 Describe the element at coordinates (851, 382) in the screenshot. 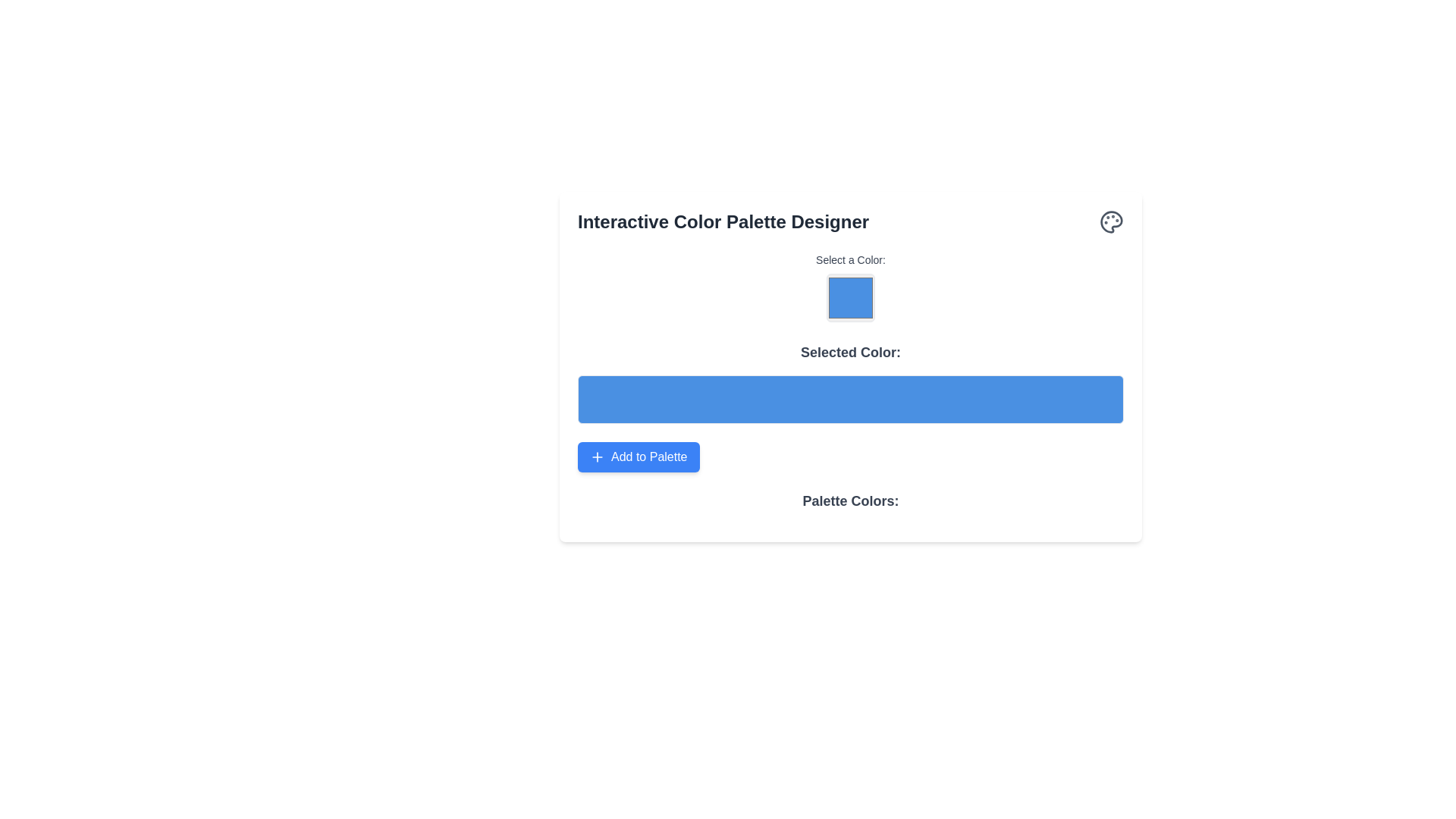

I see `displayed label from the Label and Color Display element located below the 'Select a Color' selector and above the 'Add to Palette' button in the 'Interactive Color Palette Designer' interface` at that location.